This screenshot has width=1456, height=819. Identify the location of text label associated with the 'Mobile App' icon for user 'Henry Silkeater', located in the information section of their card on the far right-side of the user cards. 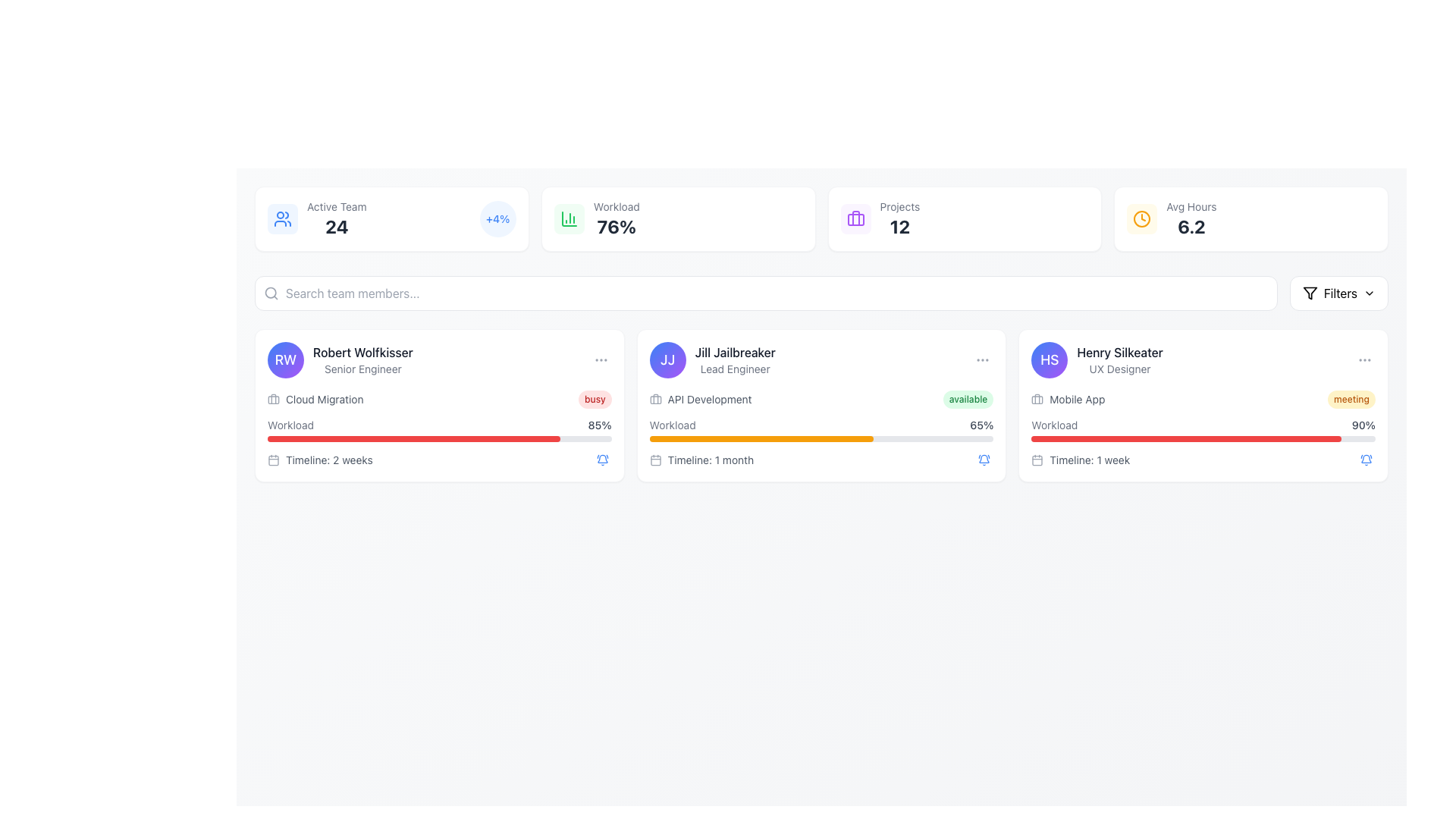
(1067, 399).